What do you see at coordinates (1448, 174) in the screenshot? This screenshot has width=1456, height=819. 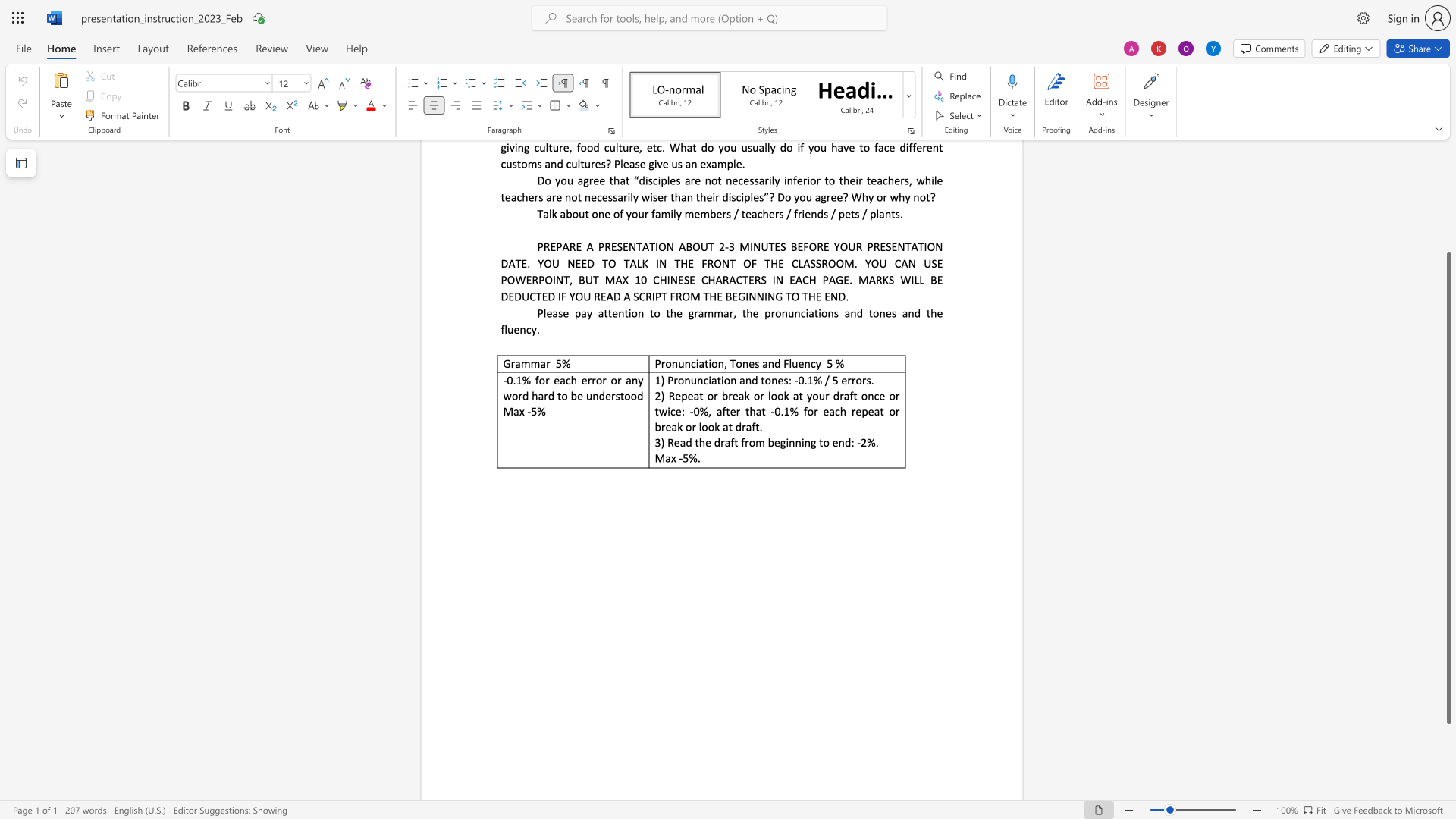 I see `the scrollbar to scroll the page up` at bounding box center [1448, 174].